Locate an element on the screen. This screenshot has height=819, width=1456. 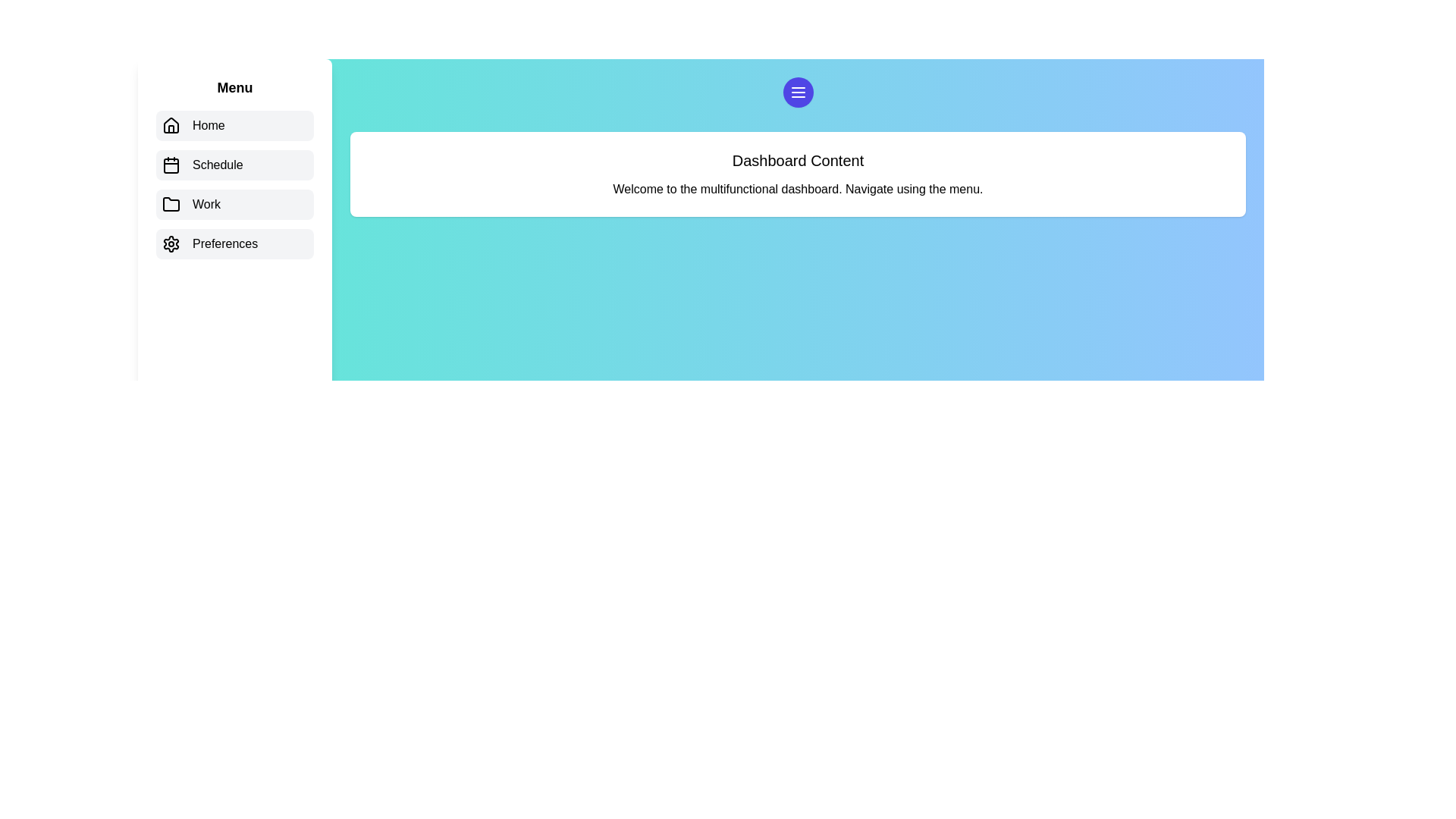
the menu item corresponding to Home is located at coordinates (234, 124).